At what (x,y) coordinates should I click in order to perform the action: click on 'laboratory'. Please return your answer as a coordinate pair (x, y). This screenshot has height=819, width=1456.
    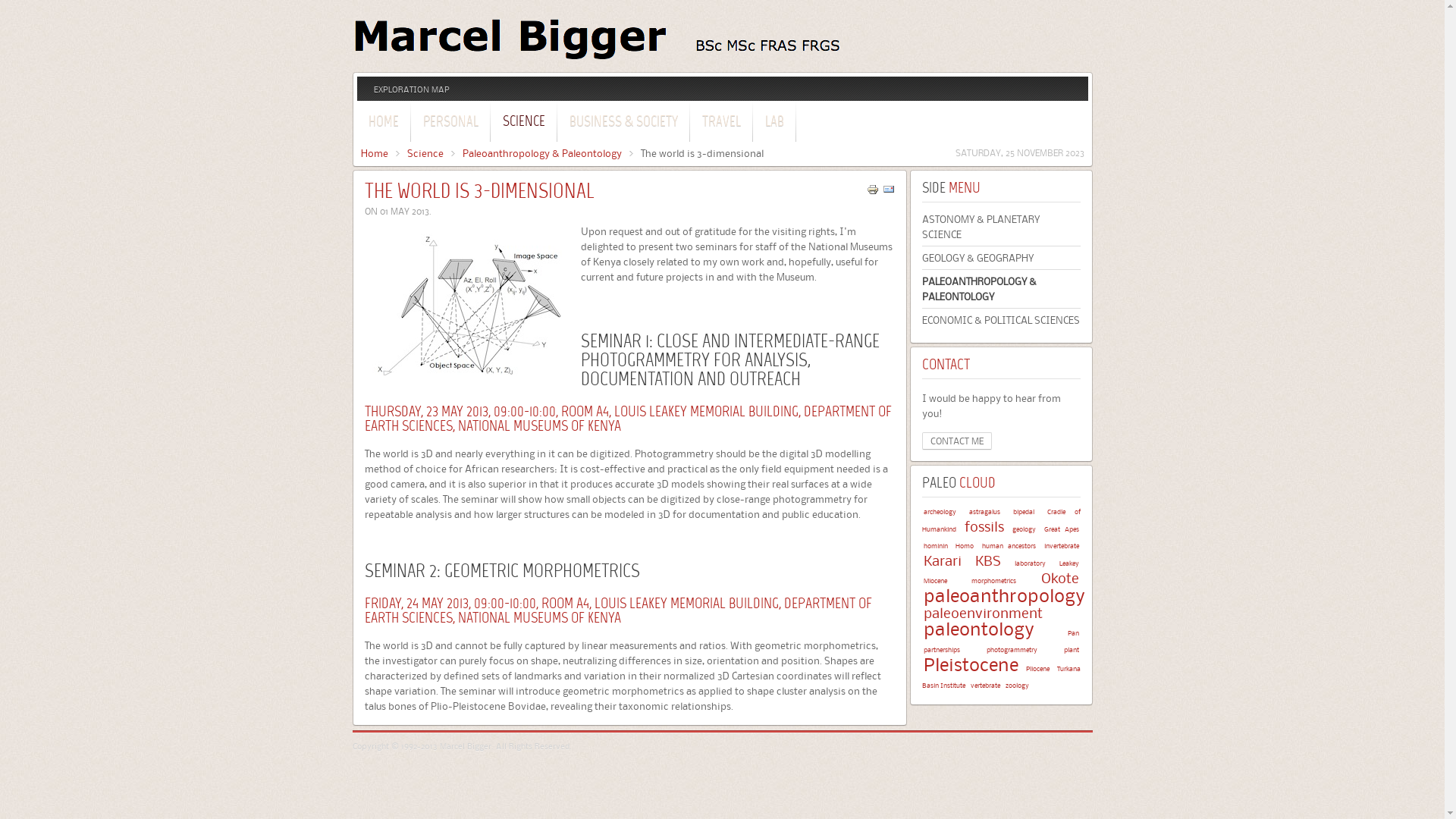
    Looking at the image, I should click on (1030, 563).